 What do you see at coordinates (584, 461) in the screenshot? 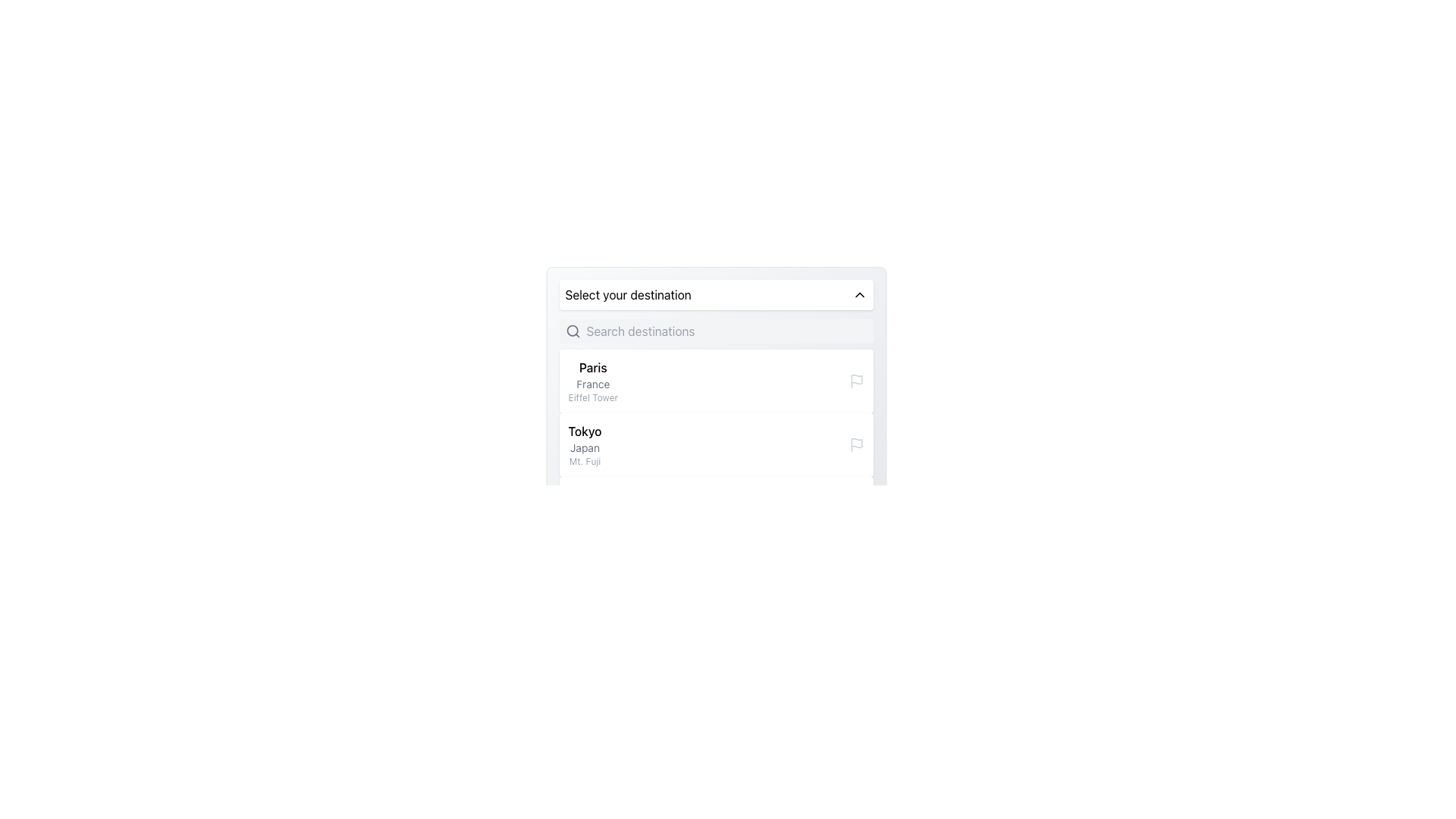
I see `the informational text label for 'Tokyo' that mentions 'Mt. Fuji', which is located below the 'Paris' entry in the list of locations` at bounding box center [584, 461].